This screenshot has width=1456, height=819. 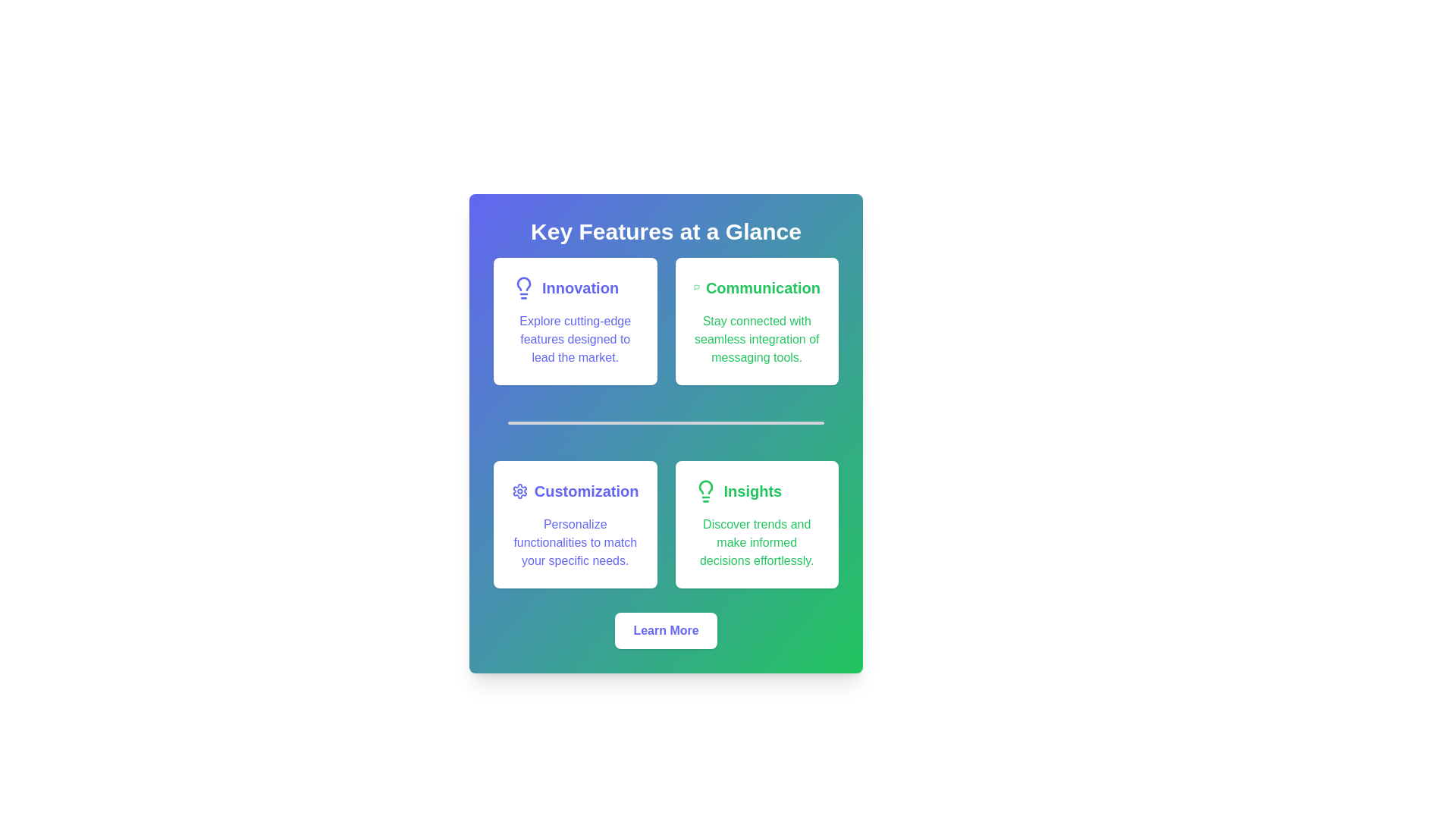 What do you see at coordinates (574, 542) in the screenshot?
I see `the text paragraph stating 'Personalize functionalities to match your specific needs.' which is styled in purple and located in the bottom-left quadrant of the 'Customization' card` at bounding box center [574, 542].